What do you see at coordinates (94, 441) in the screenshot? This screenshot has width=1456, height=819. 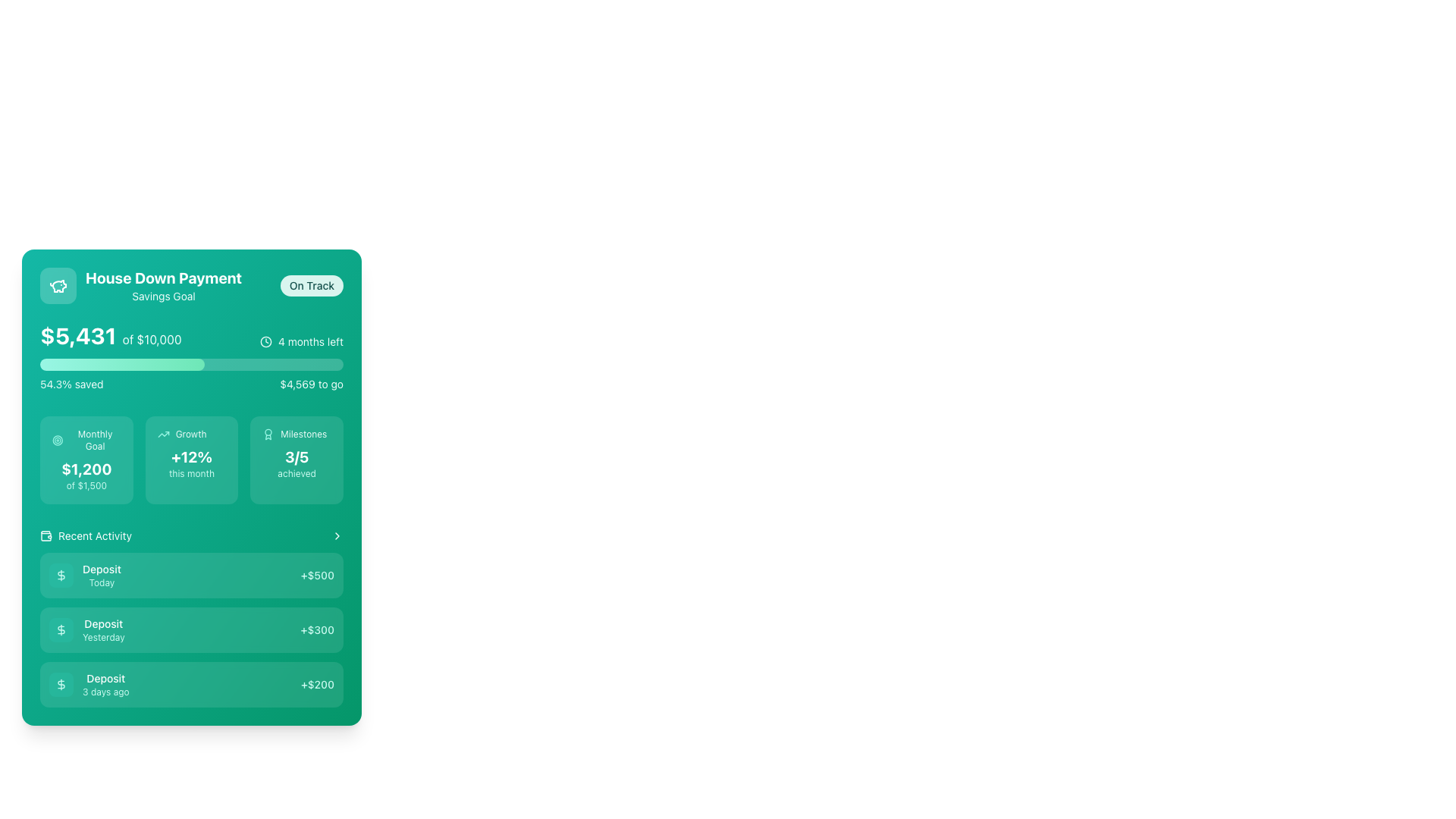 I see `the 'Monthly Goal' Static Text Label, which is styled in teal color and located above the monetary goal details` at bounding box center [94, 441].